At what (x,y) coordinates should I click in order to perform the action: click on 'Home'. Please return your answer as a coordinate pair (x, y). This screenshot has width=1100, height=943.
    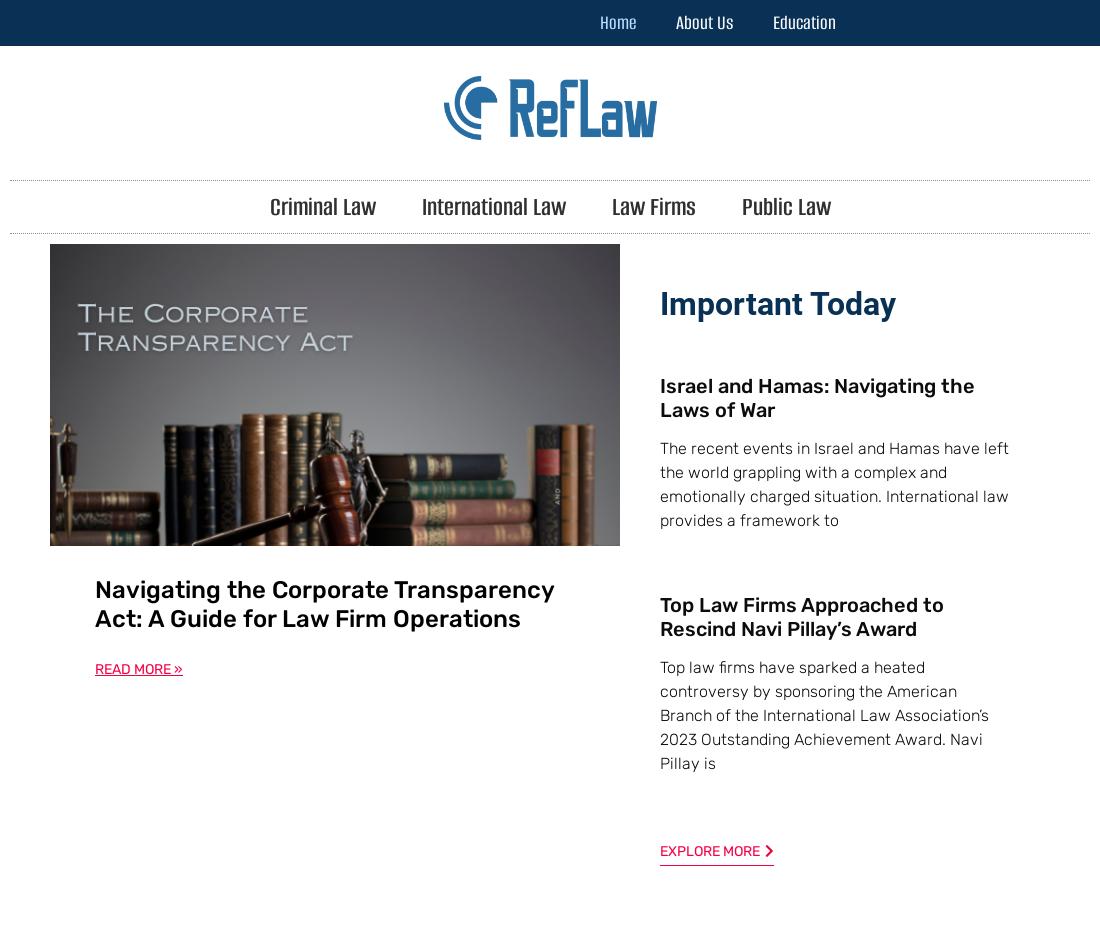
    Looking at the image, I should click on (599, 22).